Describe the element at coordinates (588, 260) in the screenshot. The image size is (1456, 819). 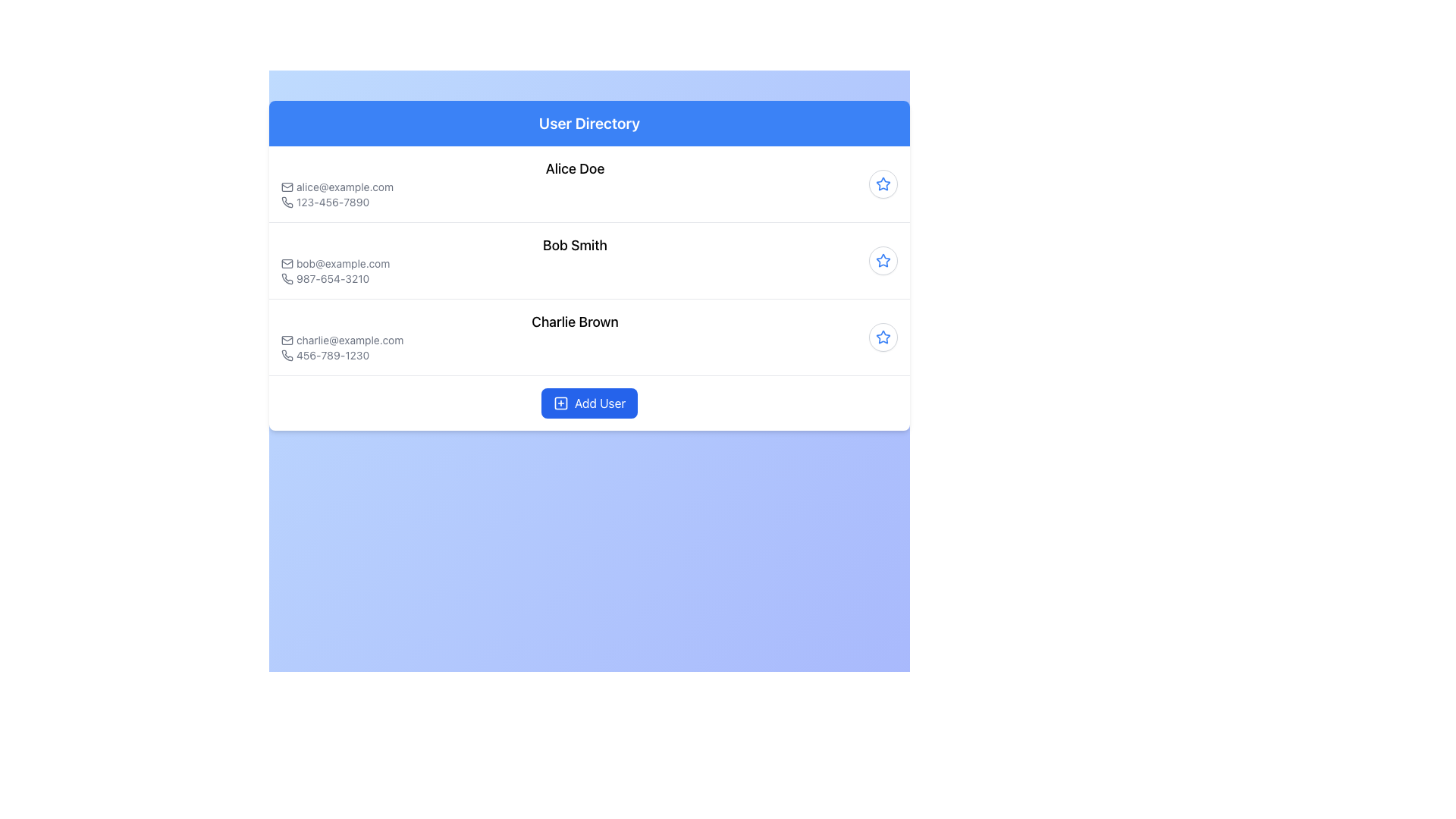
I see `the contact item entry for 'Bob Smith'` at that location.